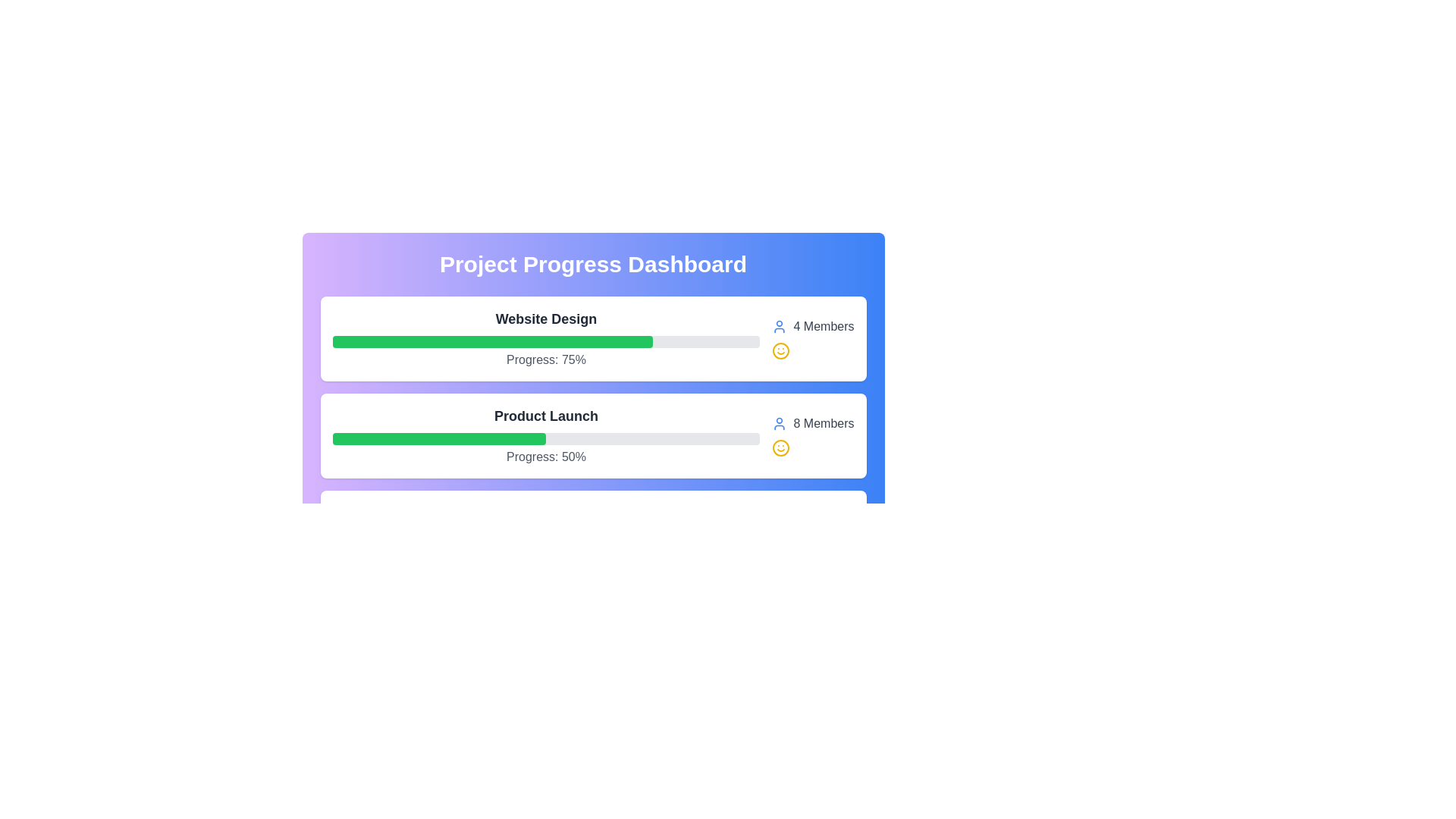  What do you see at coordinates (781, 447) in the screenshot?
I see `the second smiley face icon below the 'Product Launch' progress section` at bounding box center [781, 447].